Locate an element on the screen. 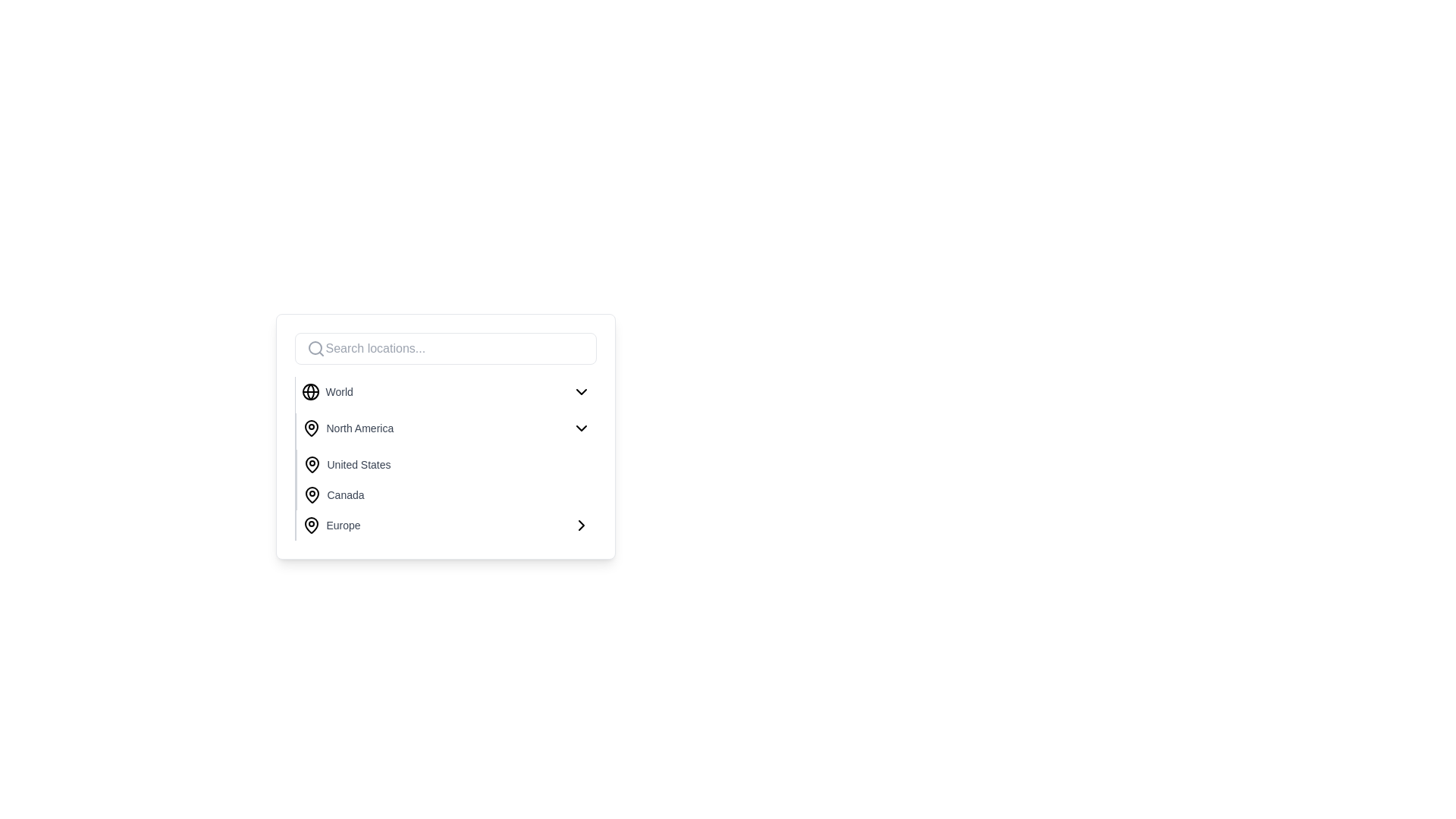  the list item representing 'United States' in the third row of the vertical list is located at coordinates (446, 464).